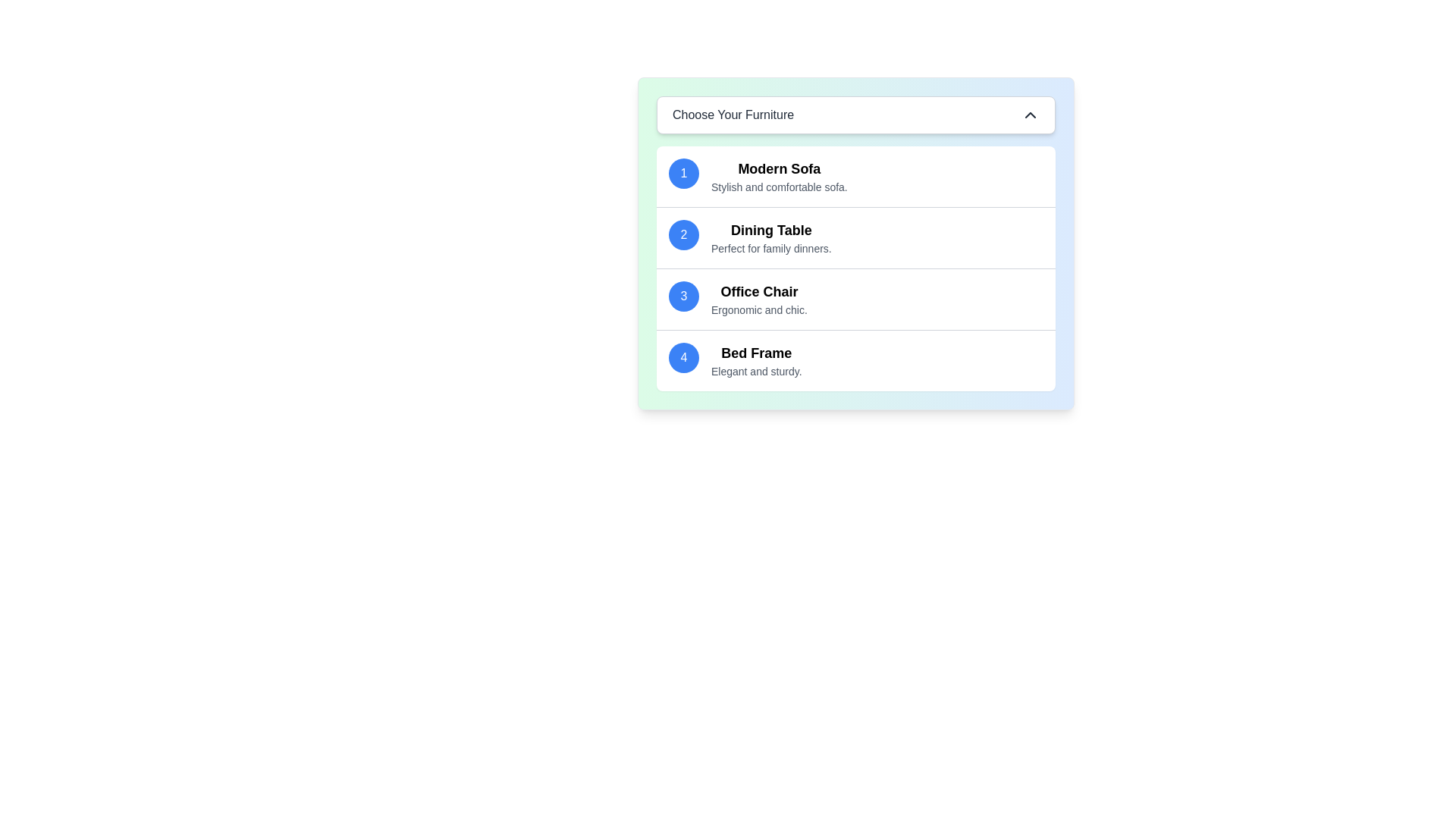 This screenshot has height=819, width=1456. Describe the element at coordinates (855, 175) in the screenshot. I see `the first list item element displaying 'Modern Sofa' with a blue circular badge marked '1' for further interaction` at that location.